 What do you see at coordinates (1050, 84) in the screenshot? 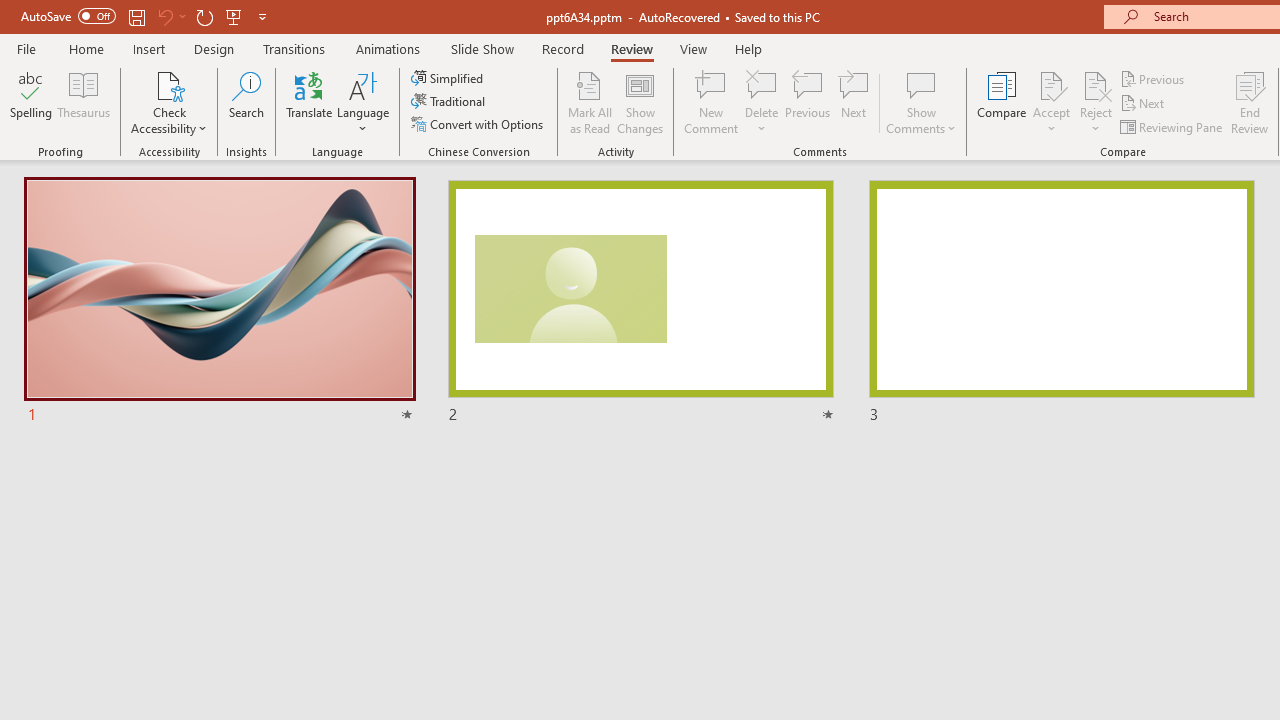
I see `'Accept Change'` at bounding box center [1050, 84].